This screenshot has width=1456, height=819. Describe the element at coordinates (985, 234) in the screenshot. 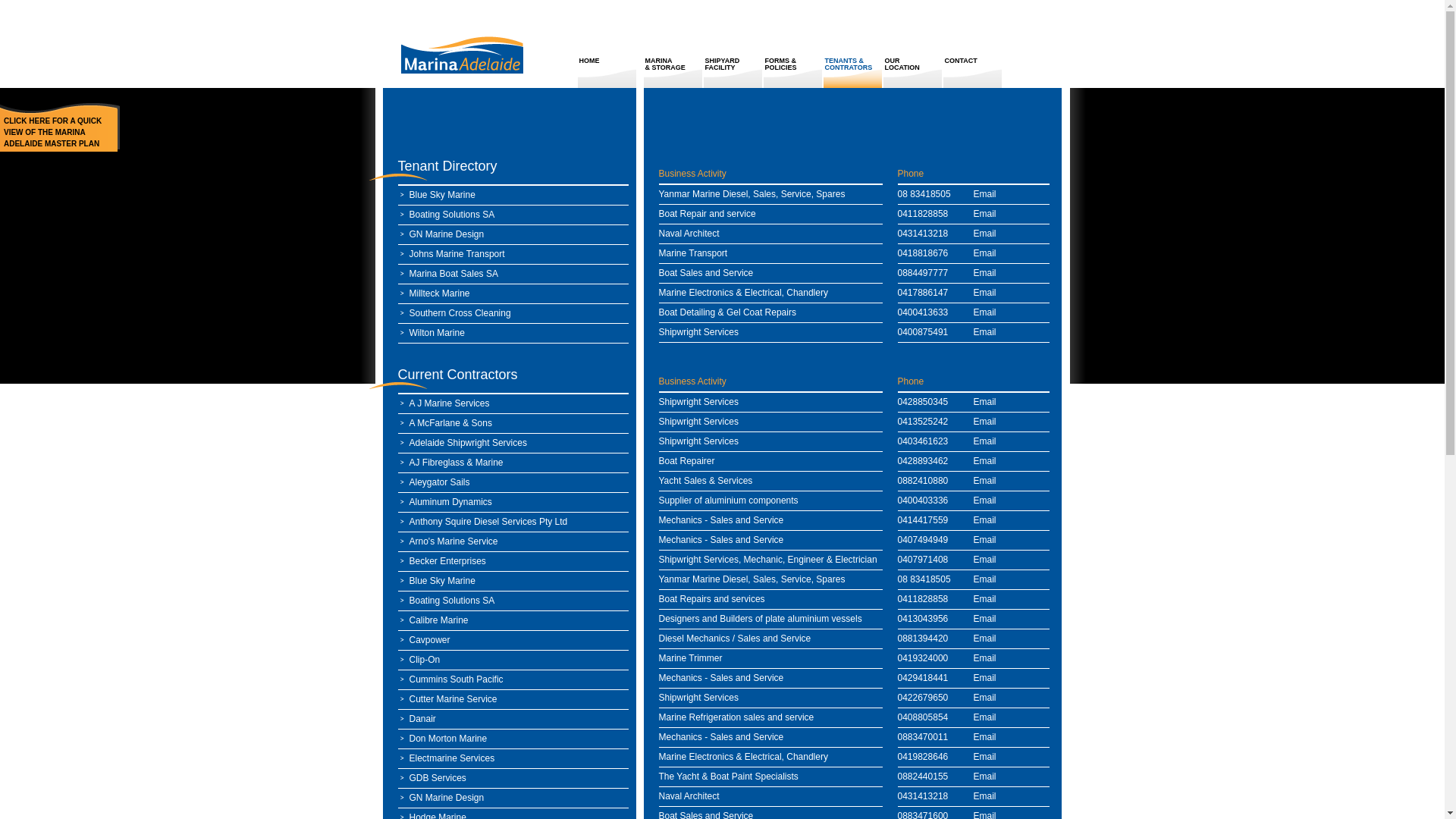

I see `'Email'` at that location.